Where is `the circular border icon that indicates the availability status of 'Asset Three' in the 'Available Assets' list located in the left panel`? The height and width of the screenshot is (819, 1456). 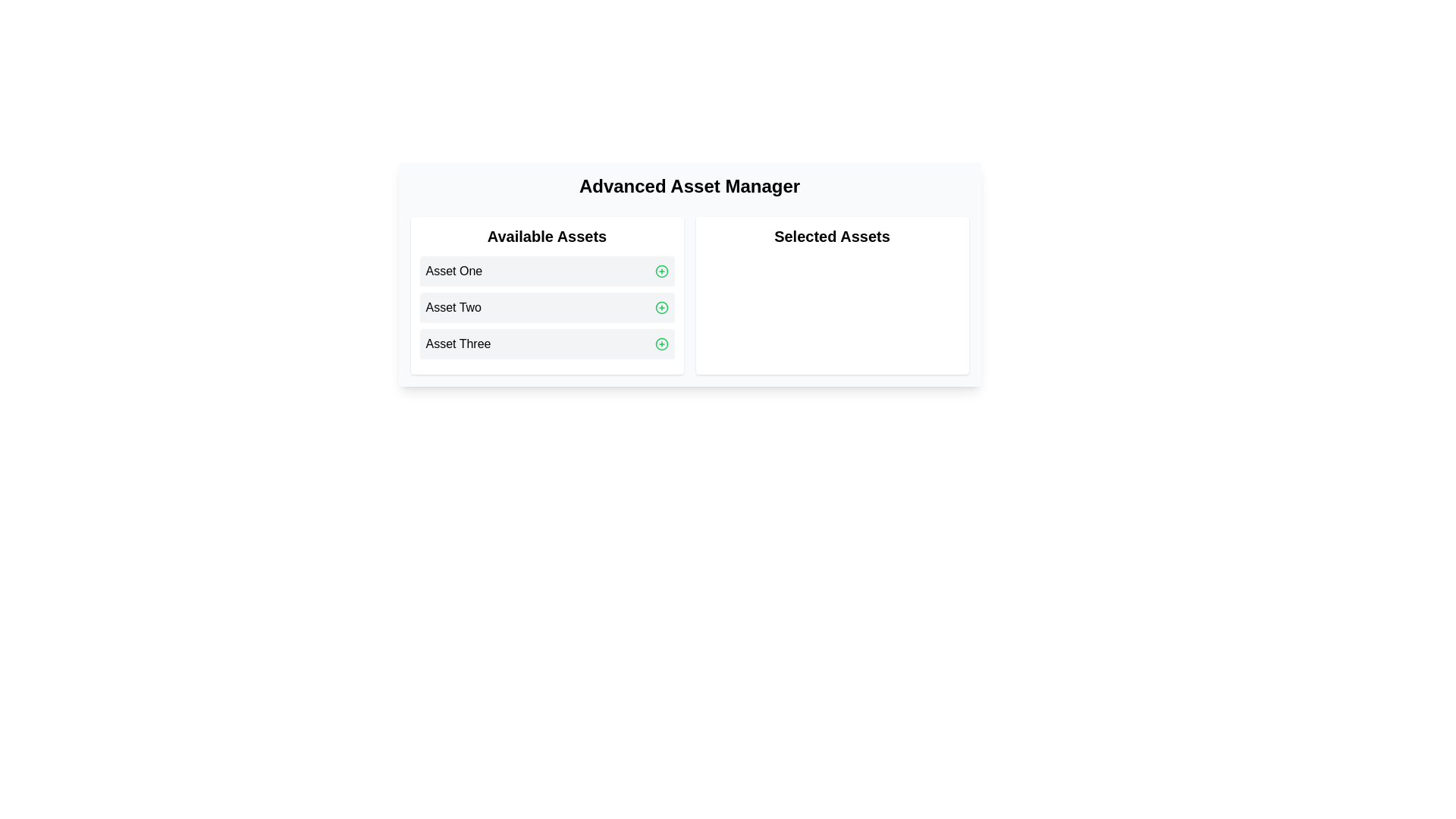
the circular border icon that indicates the availability status of 'Asset Three' in the 'Available Assets' list located in the left panel is located at coordinates (661, 344).